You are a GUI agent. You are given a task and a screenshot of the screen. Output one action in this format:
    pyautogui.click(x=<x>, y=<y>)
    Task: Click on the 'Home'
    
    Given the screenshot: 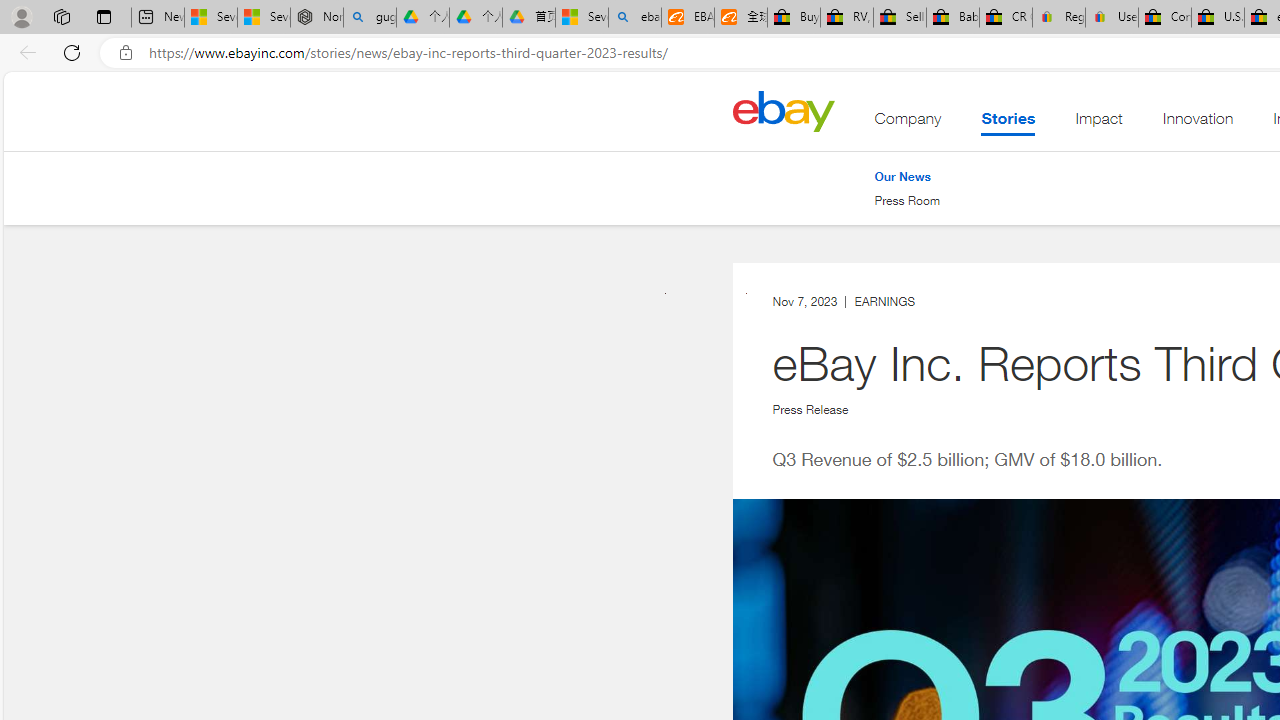 What is the action you would take?
    pyautogui.click(x=782, y=111)
    